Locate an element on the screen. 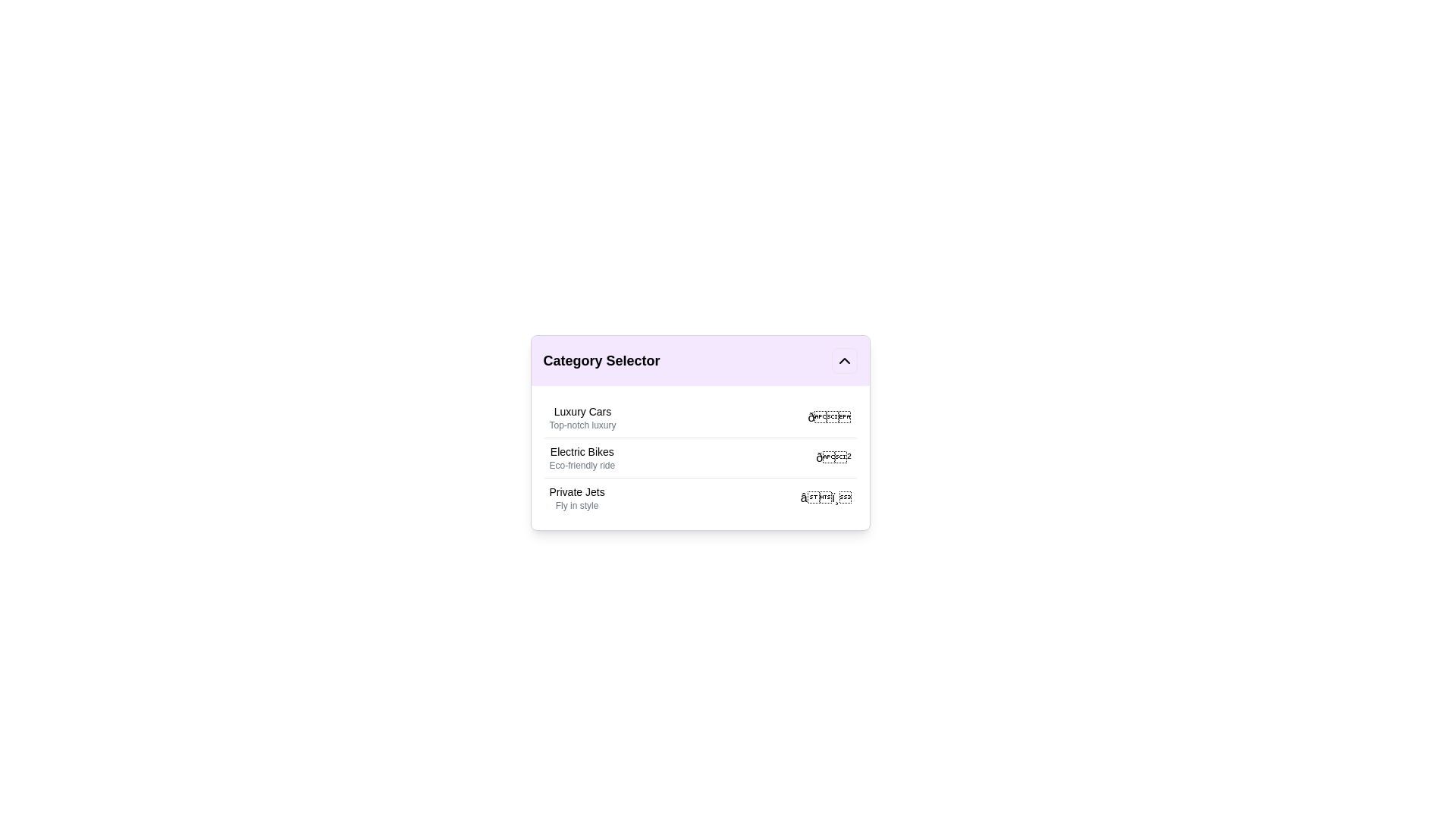  the list item displaying 'Luxury Cars' is located at coordinates (582, 418).